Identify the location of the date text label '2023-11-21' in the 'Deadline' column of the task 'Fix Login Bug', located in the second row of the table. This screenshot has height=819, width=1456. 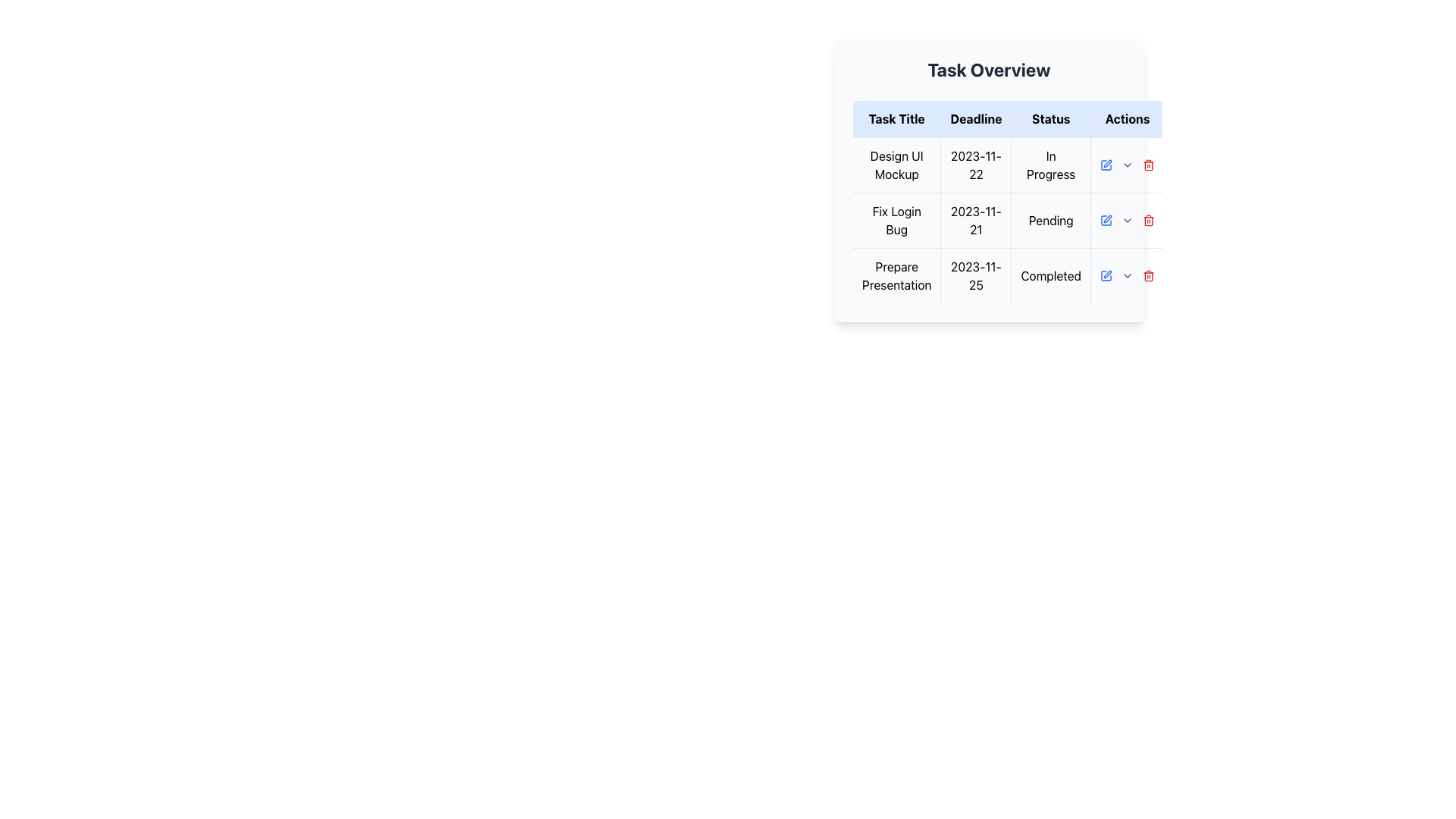
(976, 220).